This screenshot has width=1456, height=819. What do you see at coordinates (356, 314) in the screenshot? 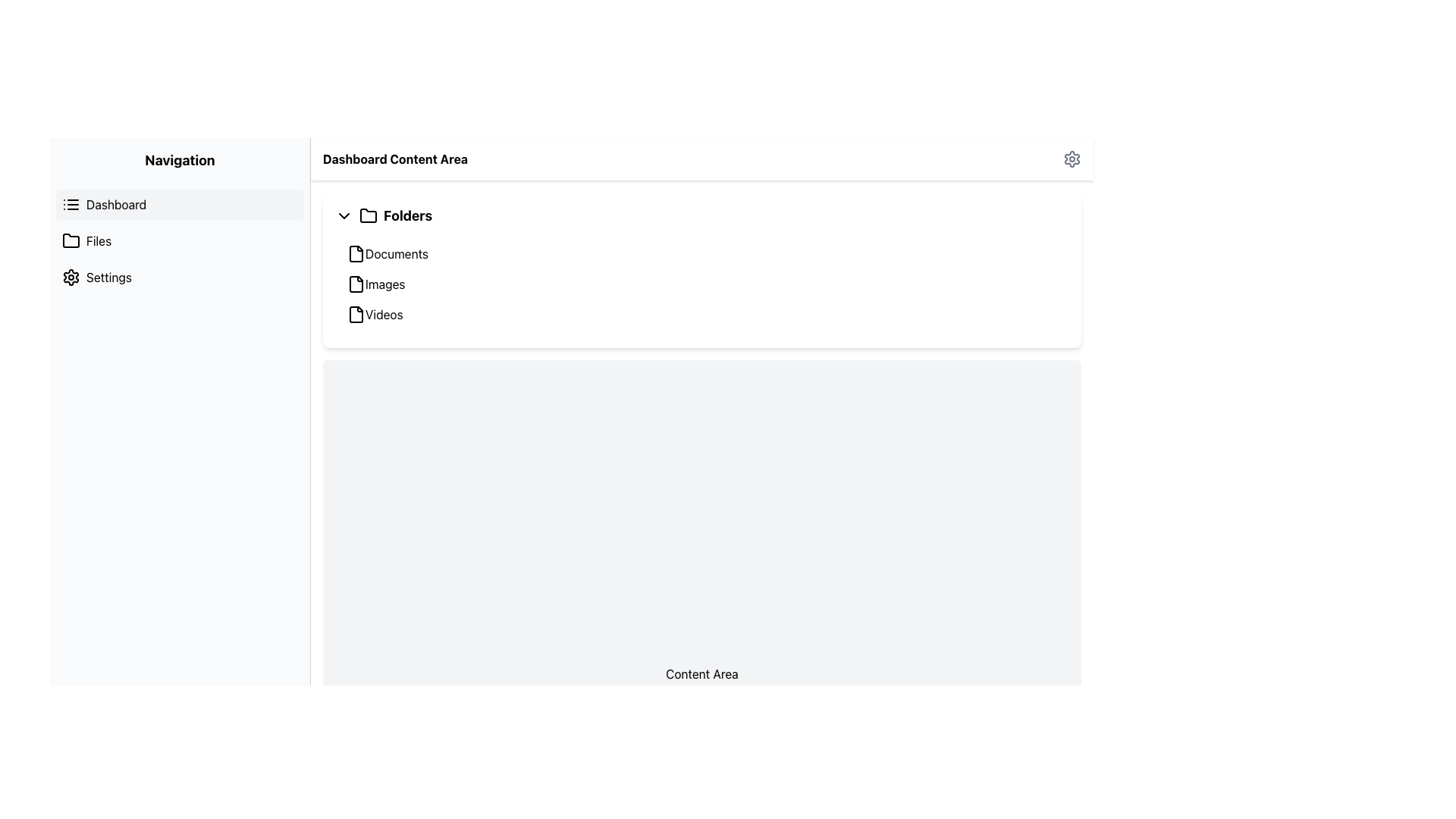
I see `the graphical file icon located to the left of the 'Videos' text in the 'Folders' section of the dashboard` at bounding box center [356, 314].